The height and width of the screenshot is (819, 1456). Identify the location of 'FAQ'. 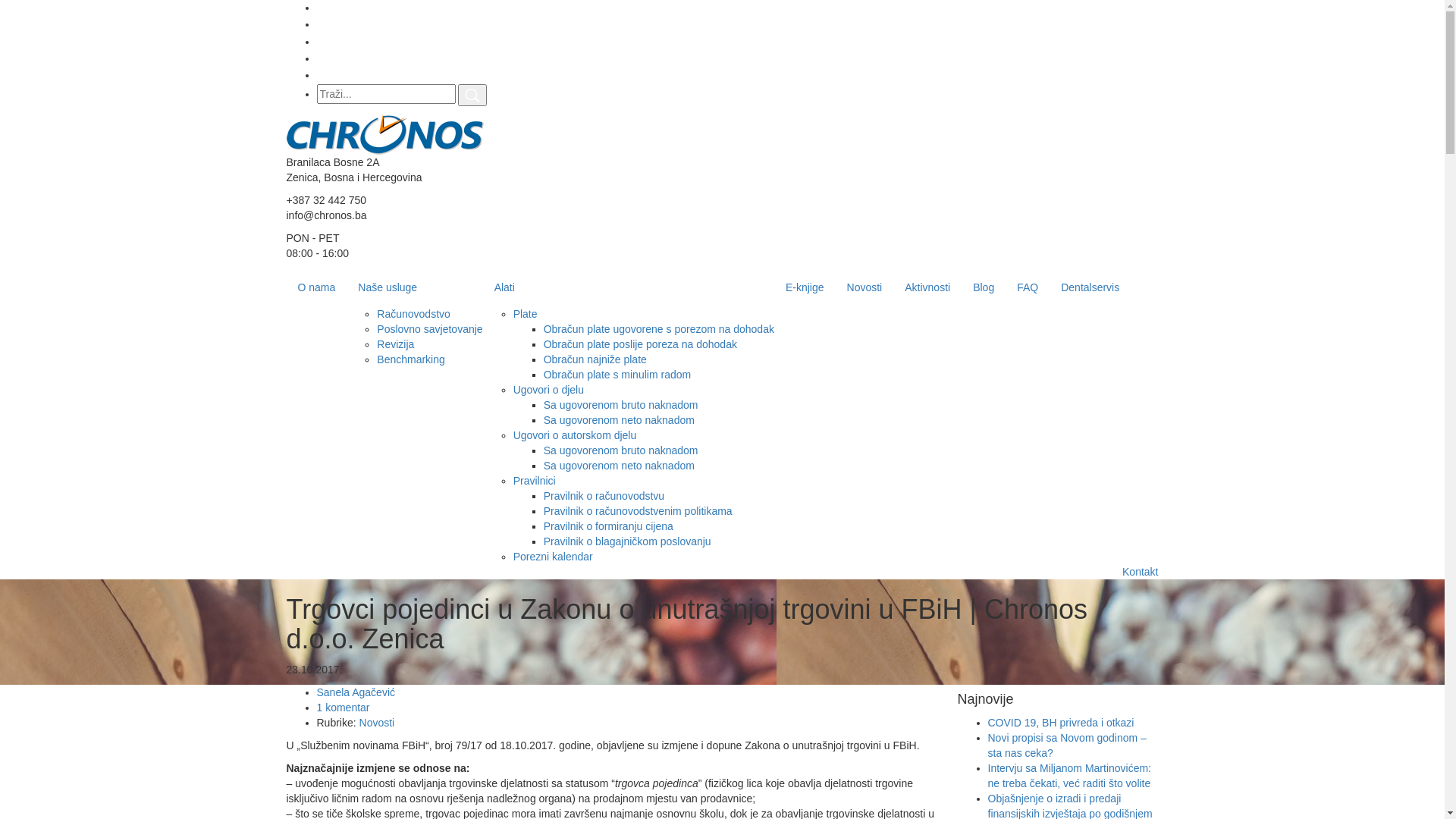
(1027, 287).